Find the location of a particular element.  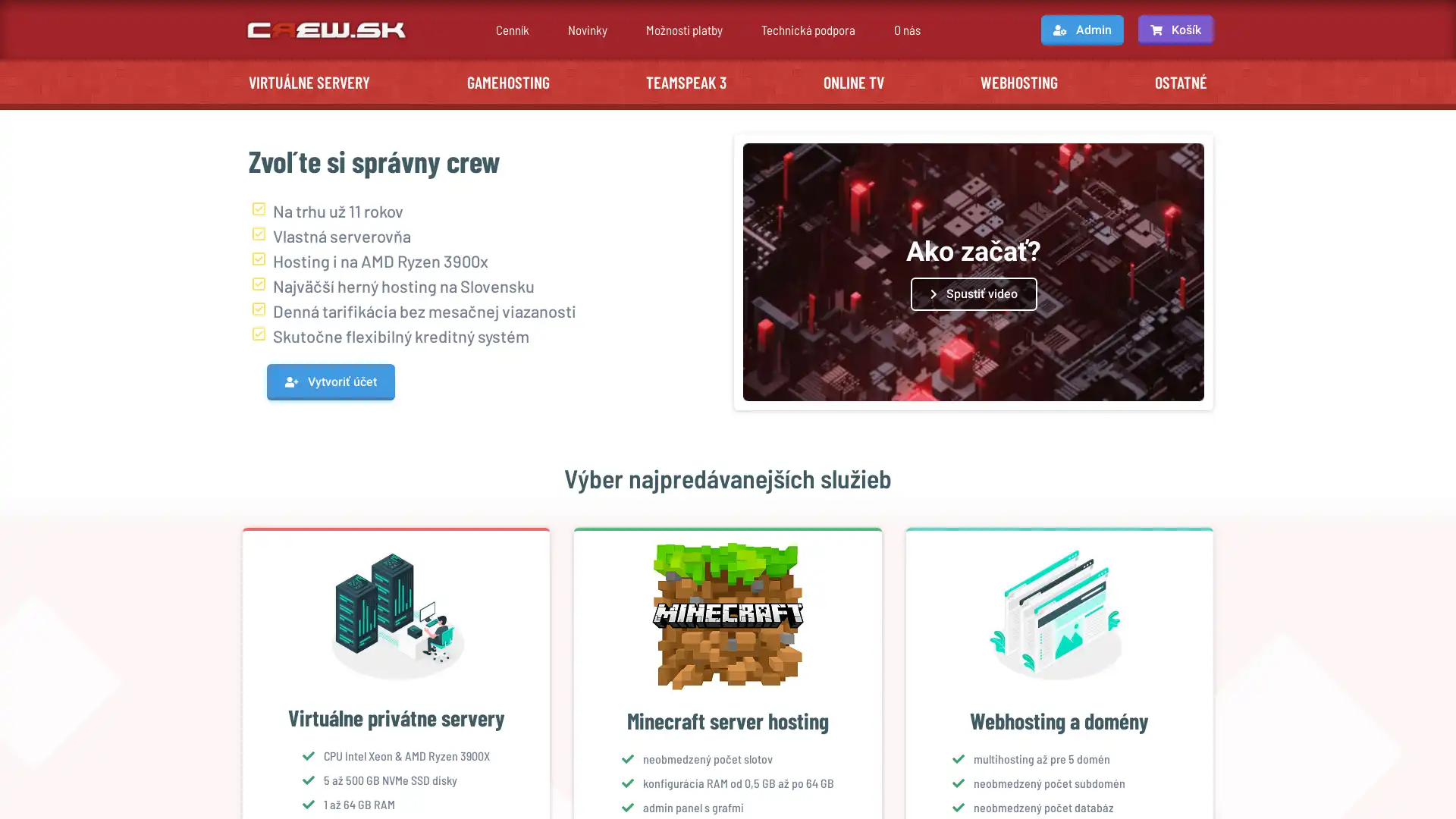

Spustit video is located at coordinates (973, 294).